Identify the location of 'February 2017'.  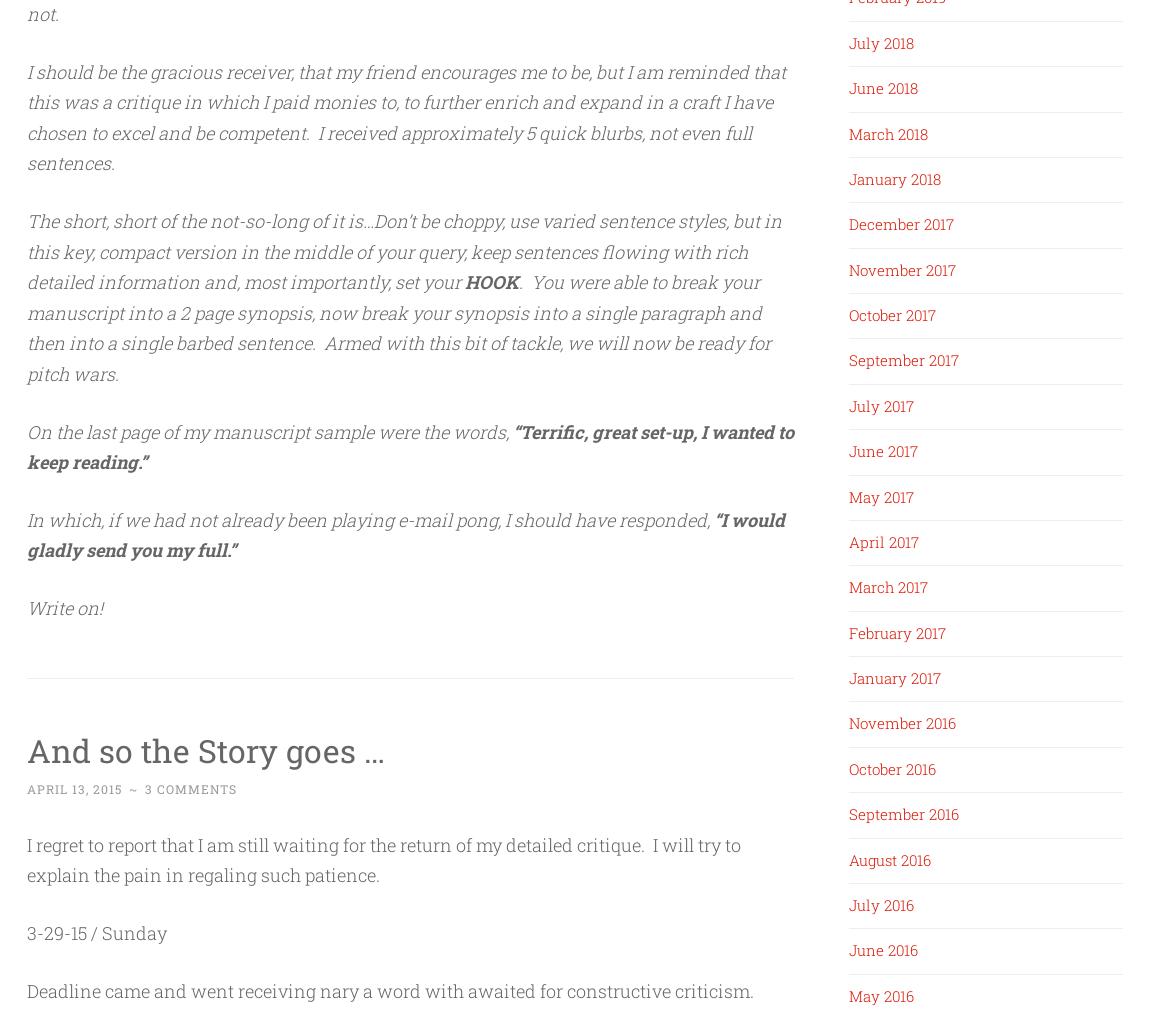
(897, 632).